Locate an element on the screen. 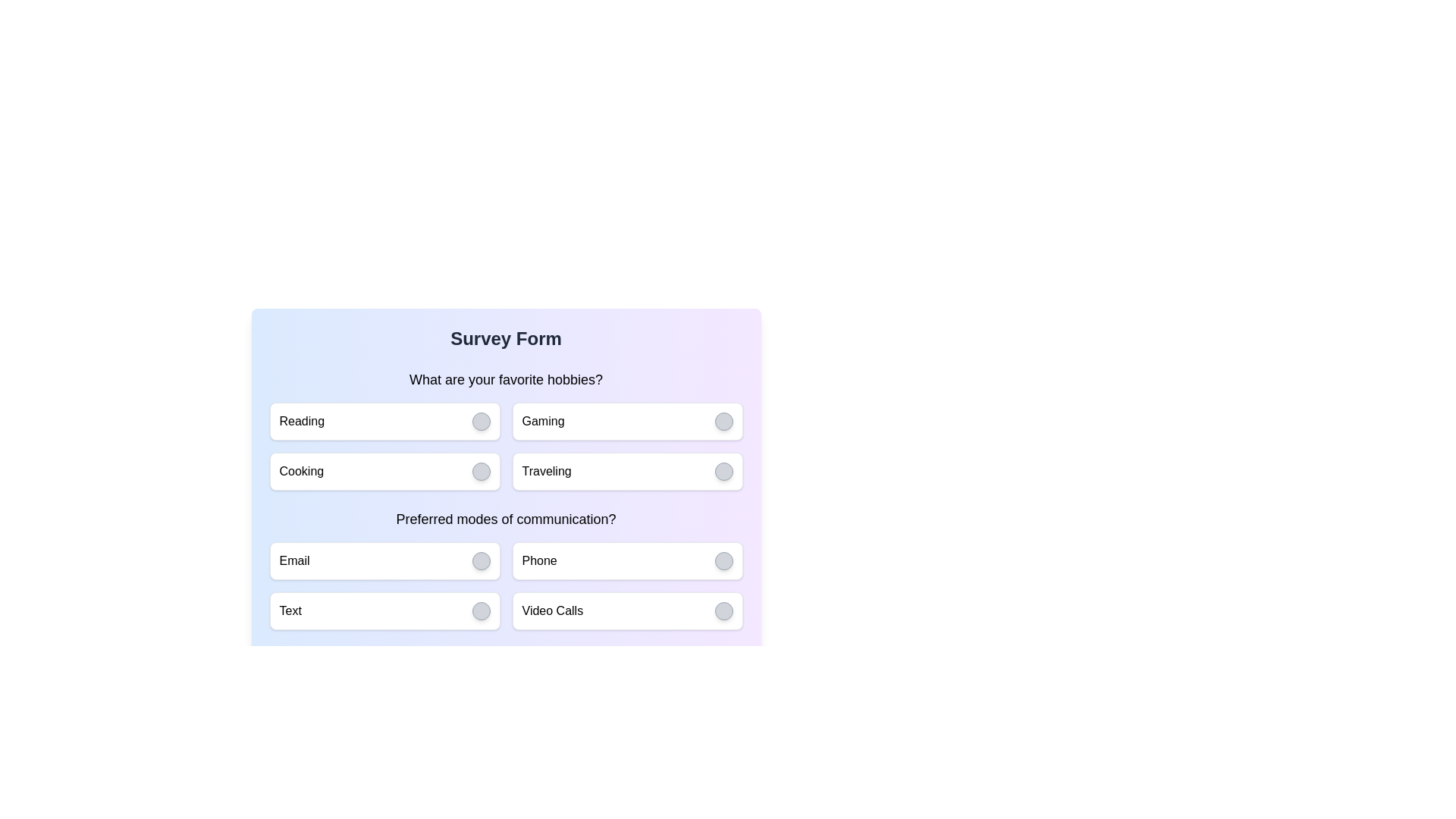  the text label that identifies an option for hobbies in the survey, located in the second row of options under 'What are your favorite hobbies?' is located at coordinates (546, 470).